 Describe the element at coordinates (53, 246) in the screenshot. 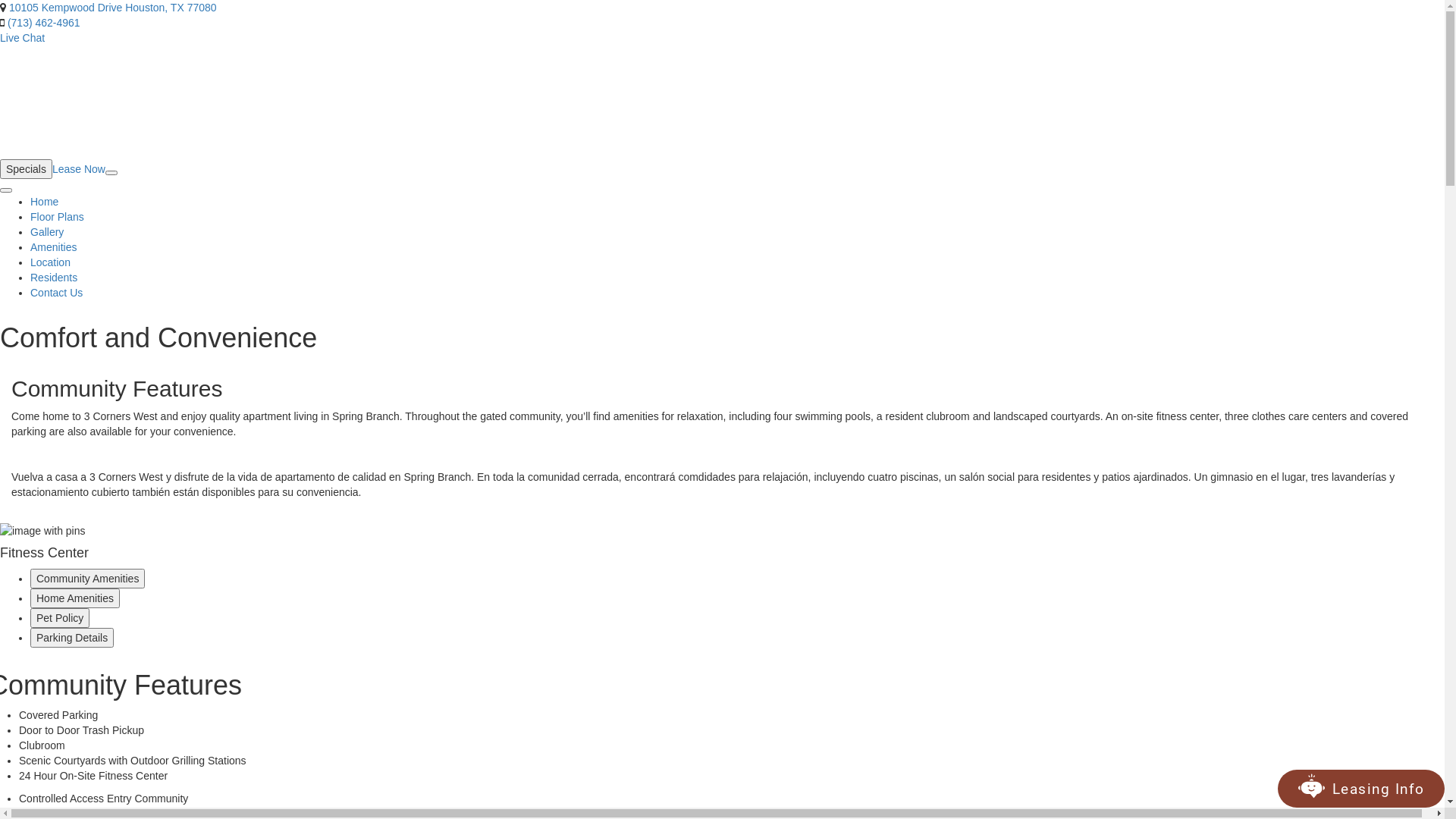

I see `'Amenities'` at that location.